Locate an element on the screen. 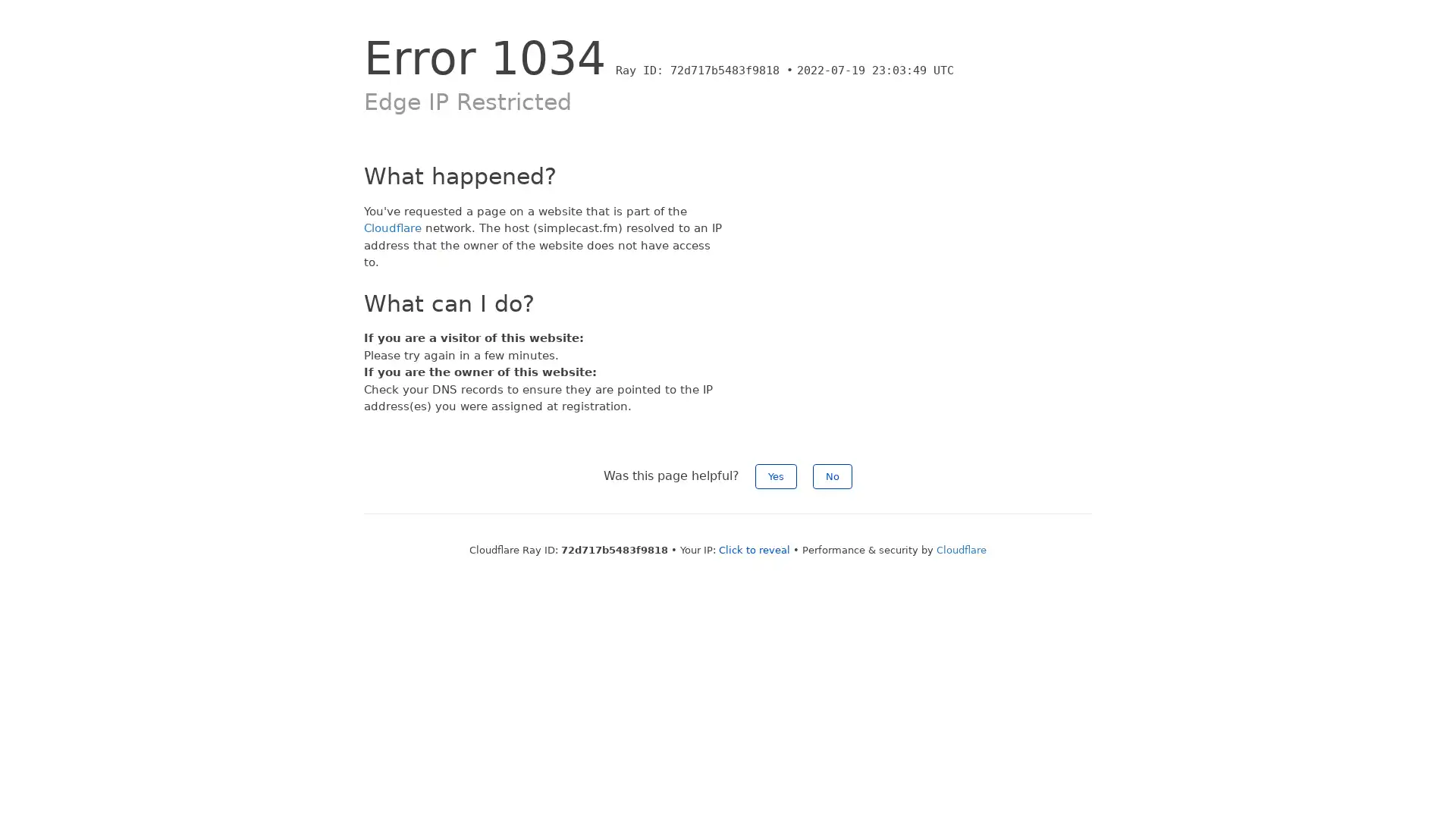 This screenshot has height=819, width=1456. Click to reveal is located at coordinates (754, 549).